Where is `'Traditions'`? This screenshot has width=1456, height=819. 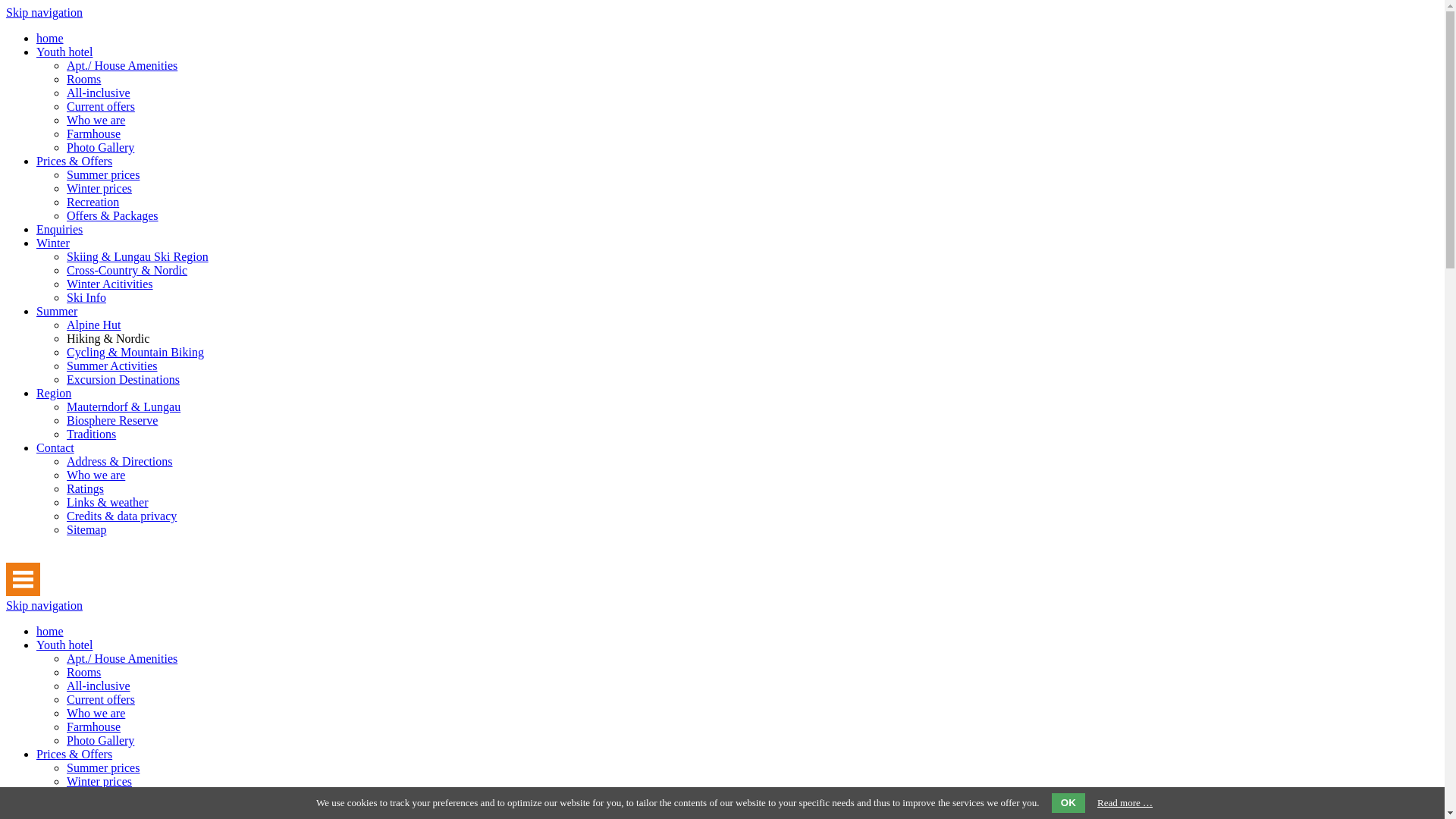
'Traditions' is located at coordinates (90, 434).